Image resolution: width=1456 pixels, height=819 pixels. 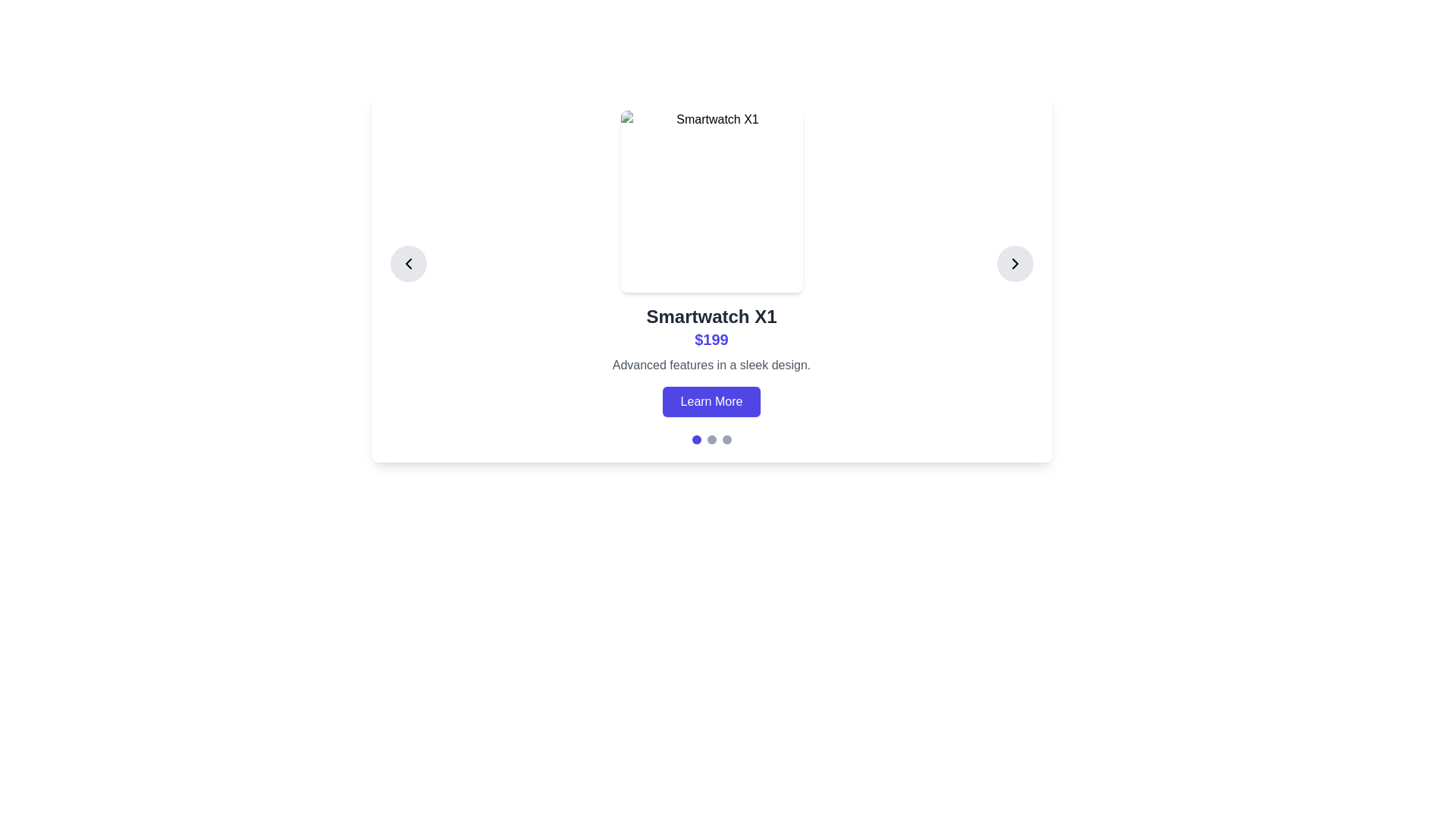 I want to click on the first circular Indicator dot located beneath the 'Learn More' text, so click(x=695, y=439).